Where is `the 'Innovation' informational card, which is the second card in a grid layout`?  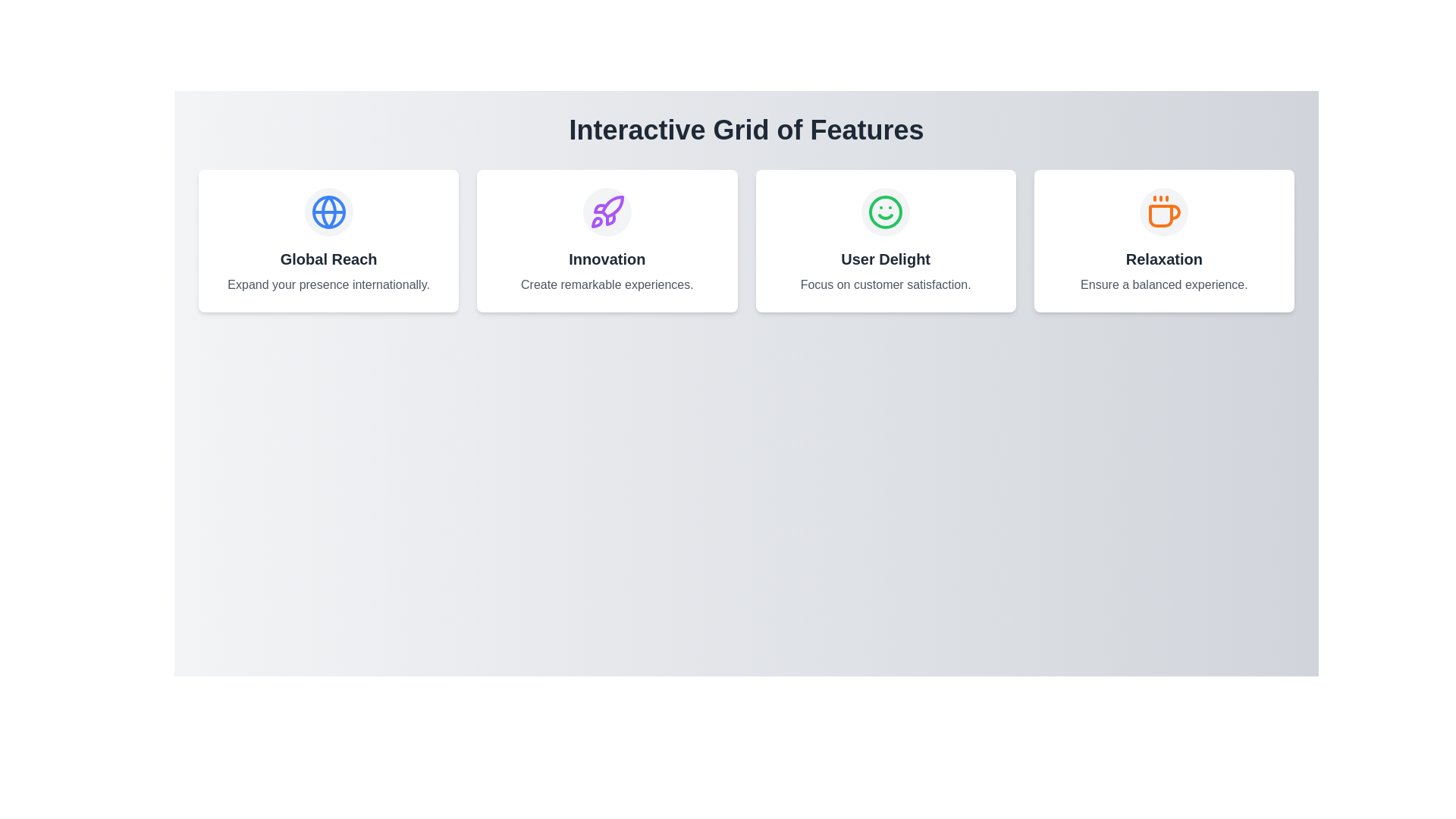 the 'Innovation' informational card, which is the second card in a grid layout is located at coordinates (607, 240).